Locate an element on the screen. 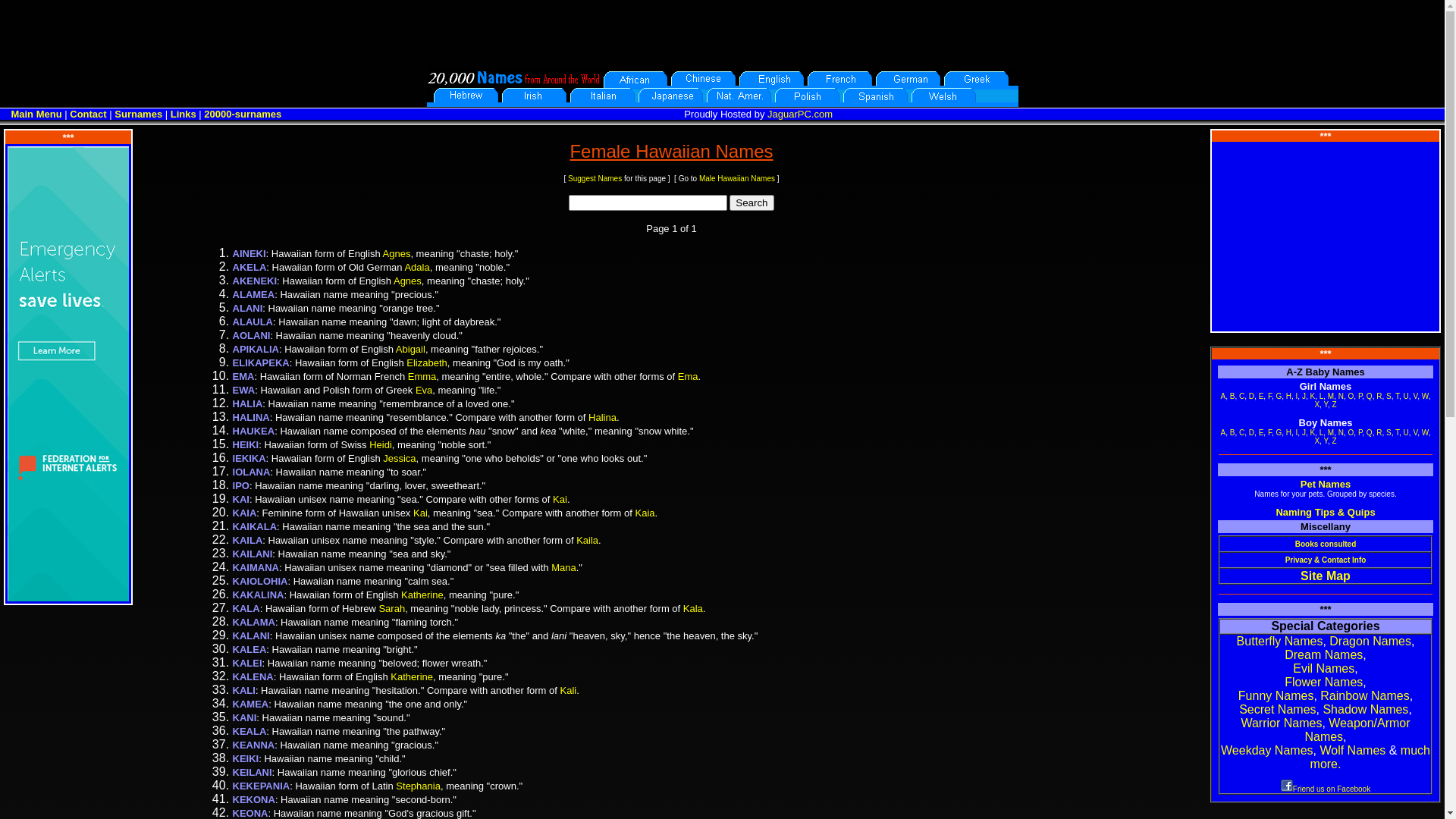 The height and width of the screenshot is (819, 1456). 'Adala' is located at coordinates (416, 266).